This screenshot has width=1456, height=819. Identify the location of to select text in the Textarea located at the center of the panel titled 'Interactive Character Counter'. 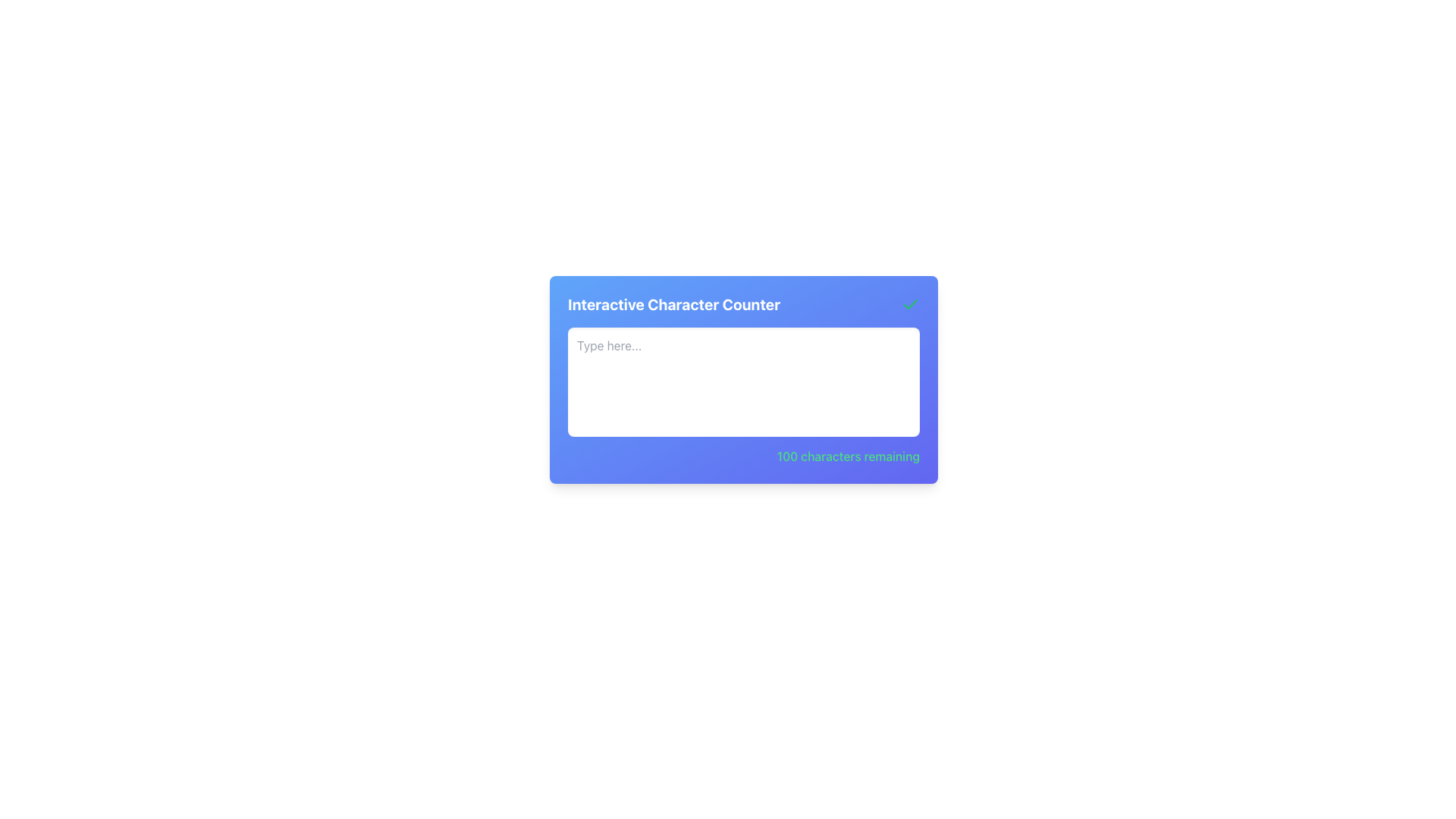
(743, 381).